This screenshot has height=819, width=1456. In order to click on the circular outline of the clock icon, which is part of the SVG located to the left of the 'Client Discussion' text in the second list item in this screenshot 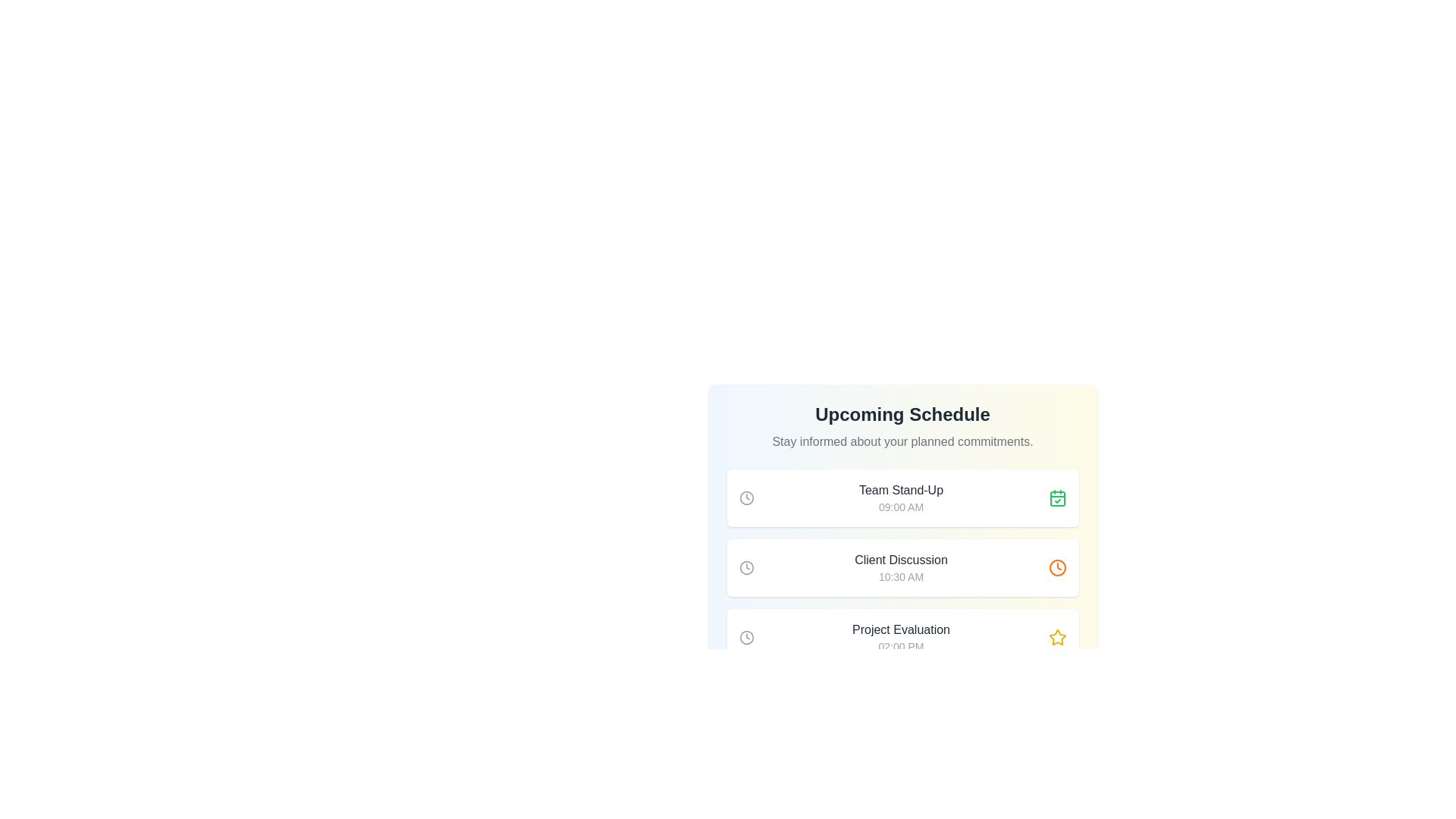, I will do `click(746, 567)`.